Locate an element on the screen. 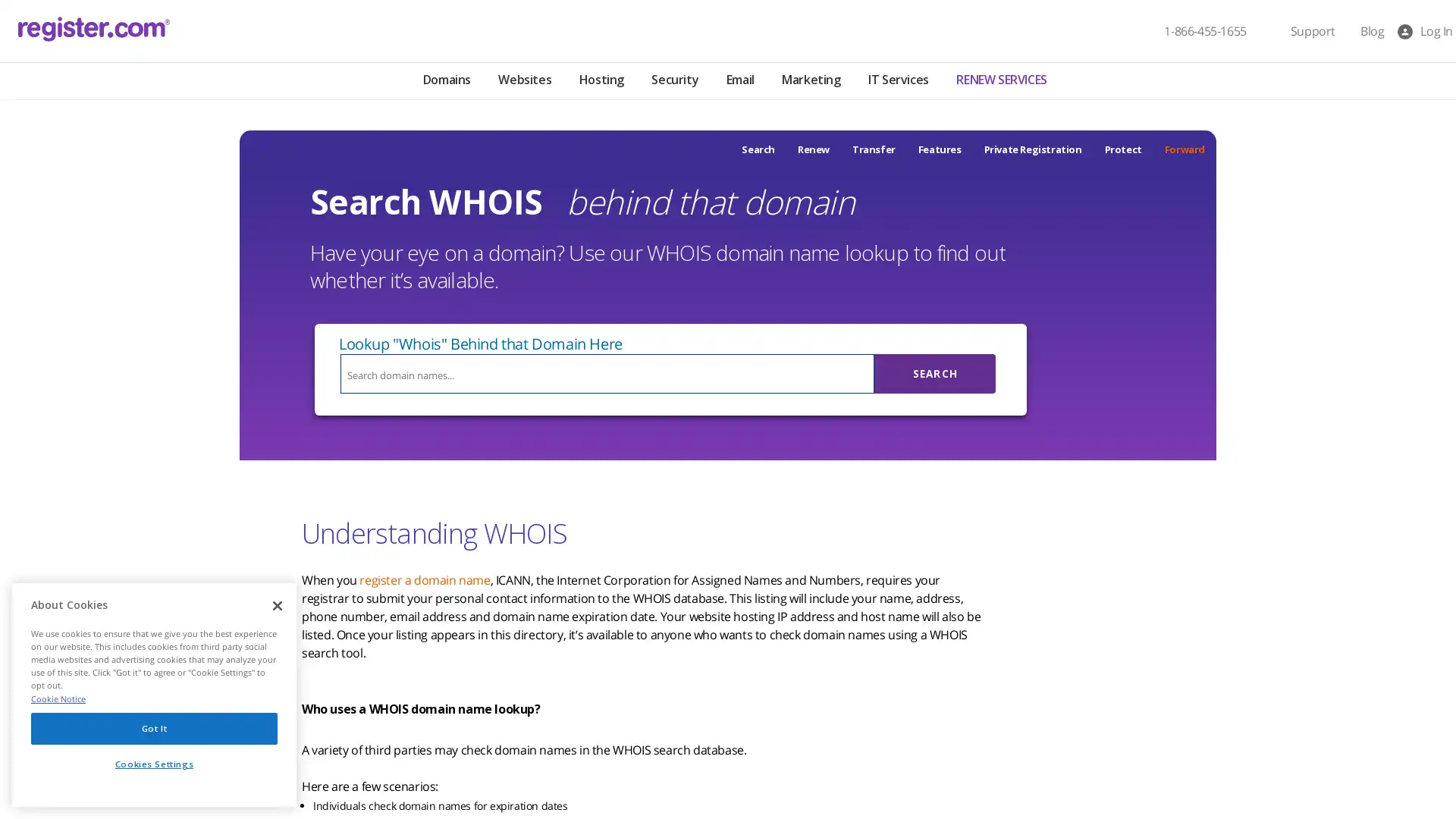 This screenshot has width=1456, height=819. Got It is located at coordinates (154, 731).